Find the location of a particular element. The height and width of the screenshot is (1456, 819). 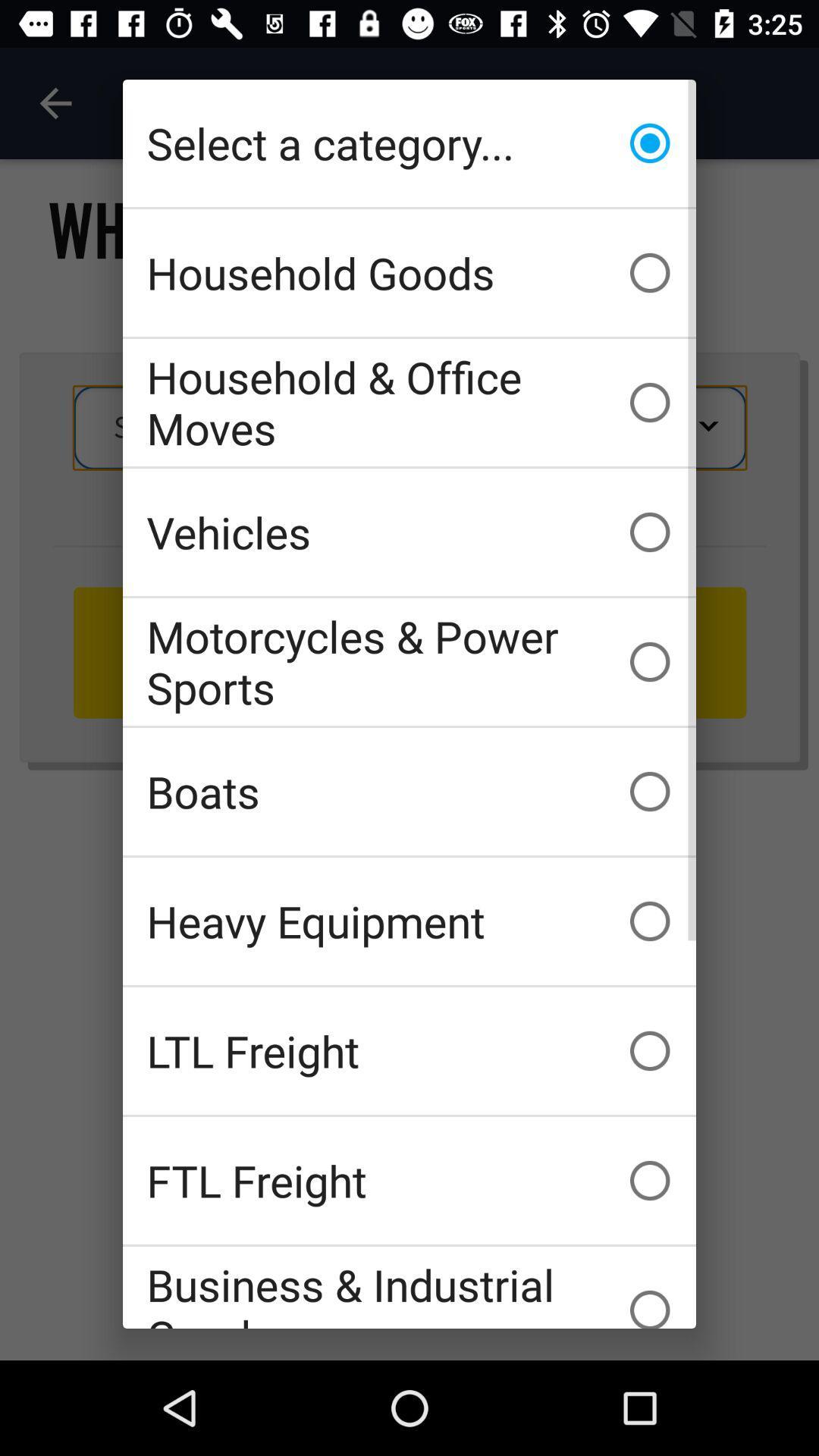

the business & industrial goods is located at coordinates (409, 1287).